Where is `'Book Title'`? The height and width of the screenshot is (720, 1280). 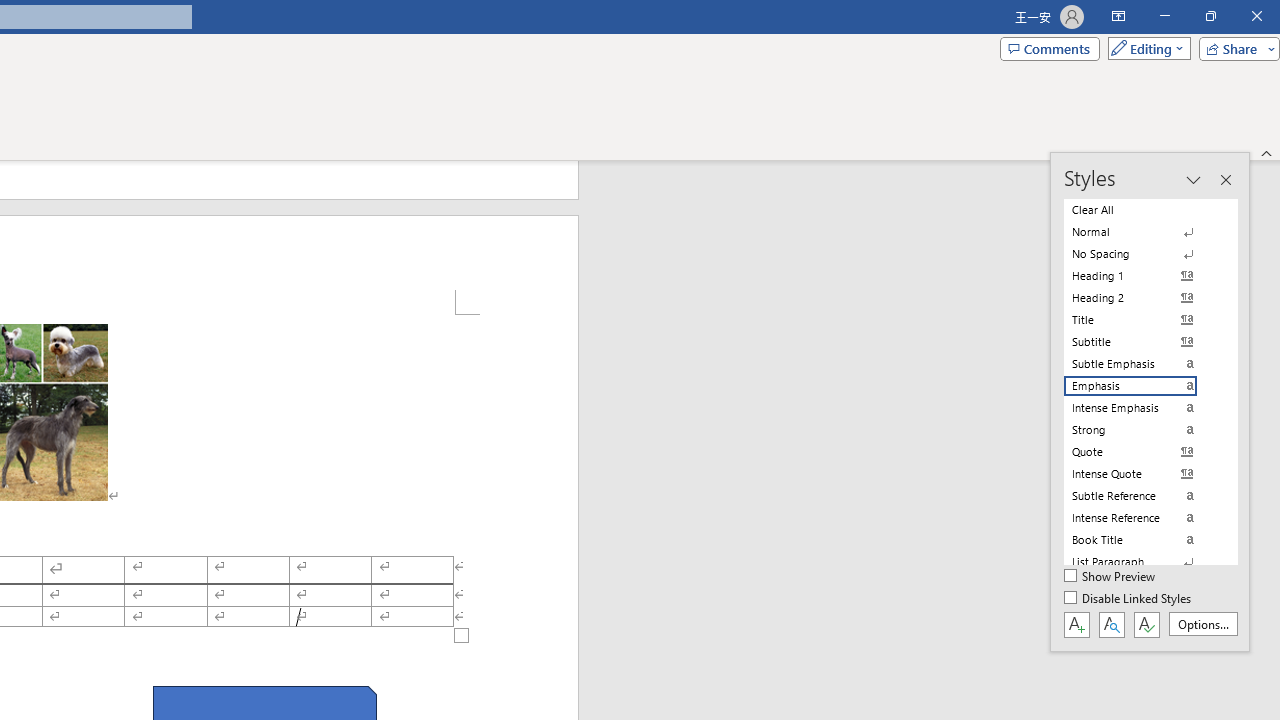
'Book Title' is located at coordinates (1142, 540).